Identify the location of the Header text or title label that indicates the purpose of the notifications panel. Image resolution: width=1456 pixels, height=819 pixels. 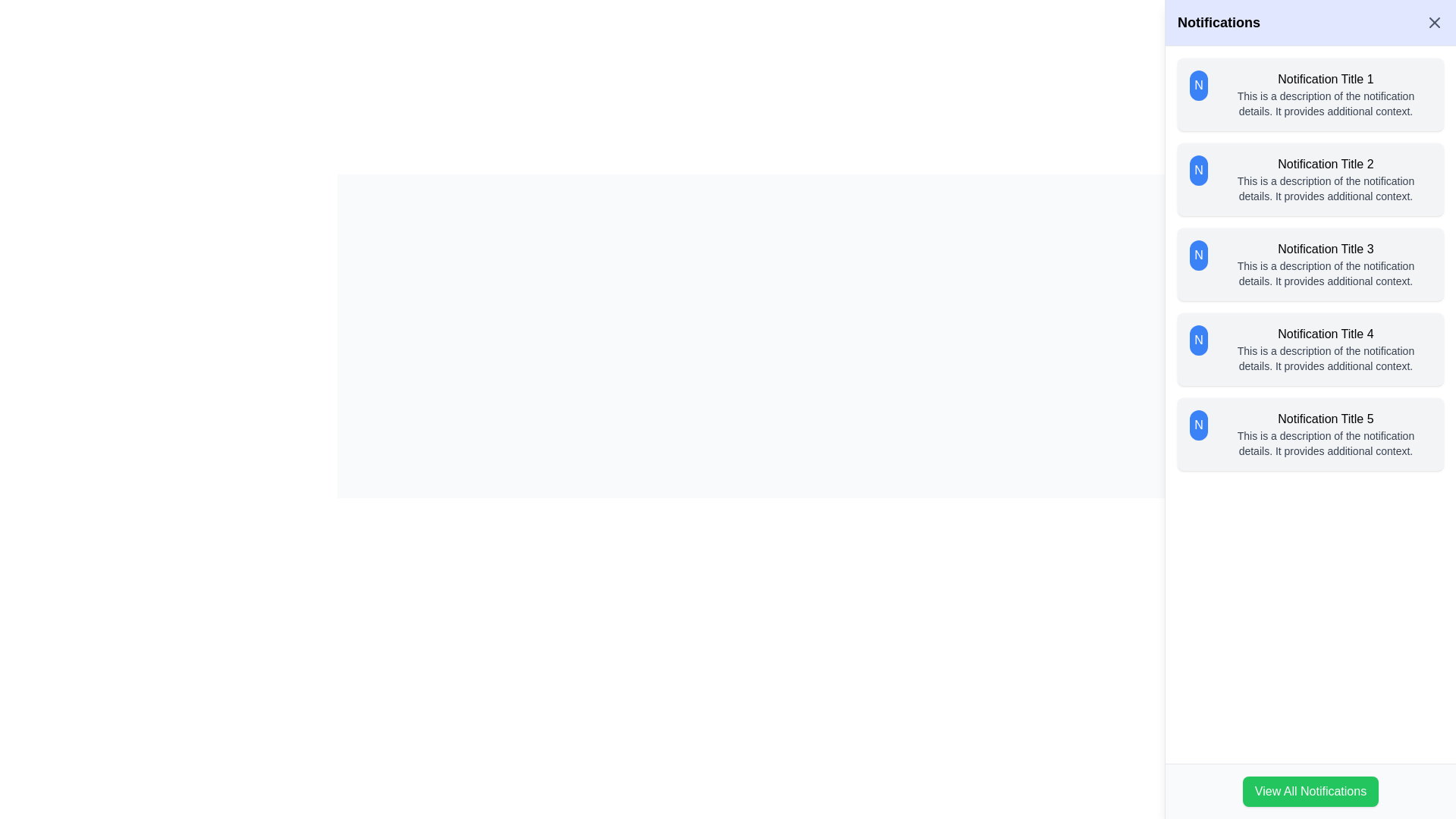
(1219, 23).